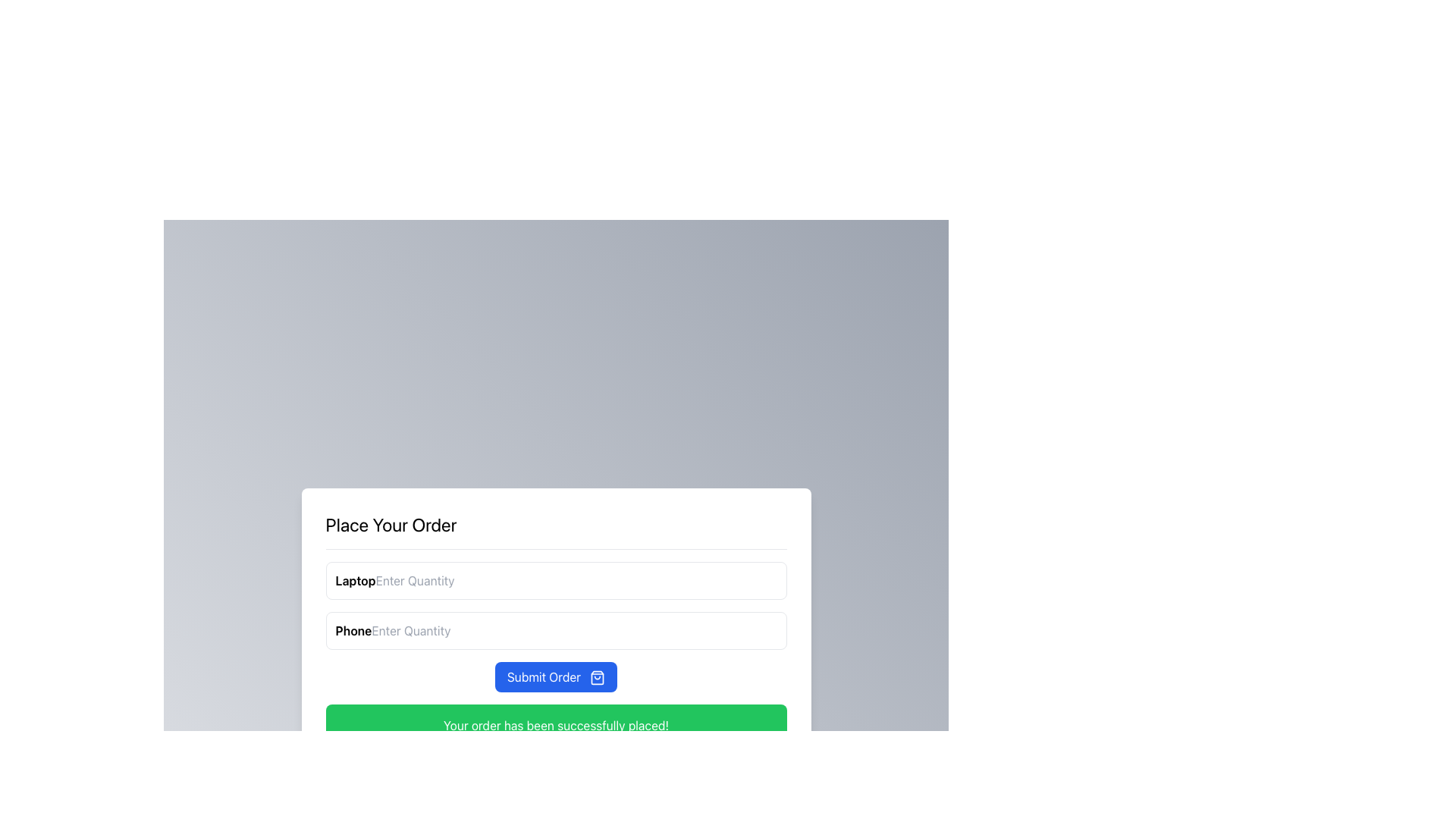  Describe the element at coordinates (597, 677) in the screenshot. I see `the graphical icon component of the shopping bag located to the right of the 'Submit Order' button by clicking on it` at that location.